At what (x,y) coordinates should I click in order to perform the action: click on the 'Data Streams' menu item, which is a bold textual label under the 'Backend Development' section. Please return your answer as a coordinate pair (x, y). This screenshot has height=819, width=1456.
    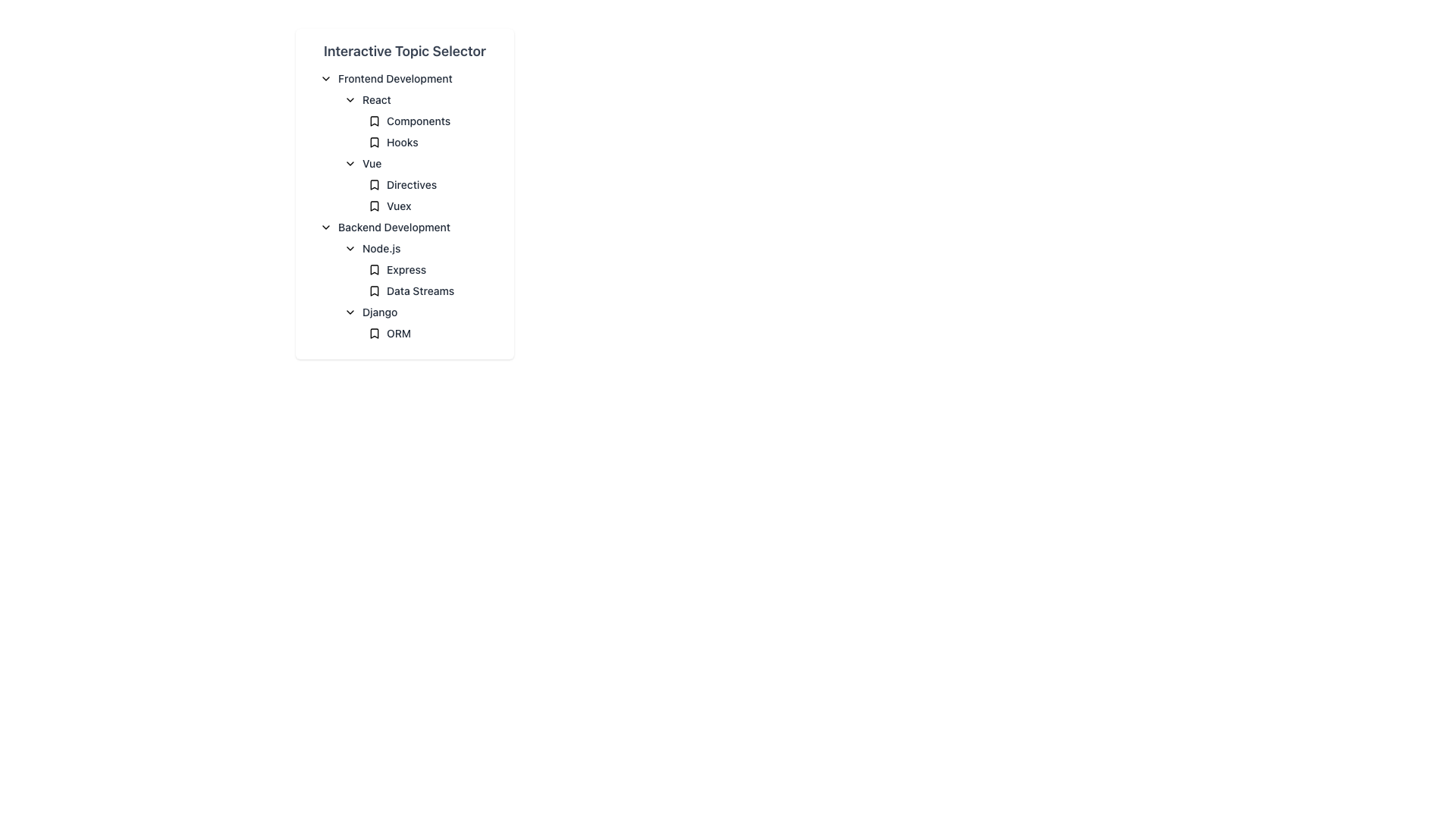
    Looking at the image, I should click on (411, 281).